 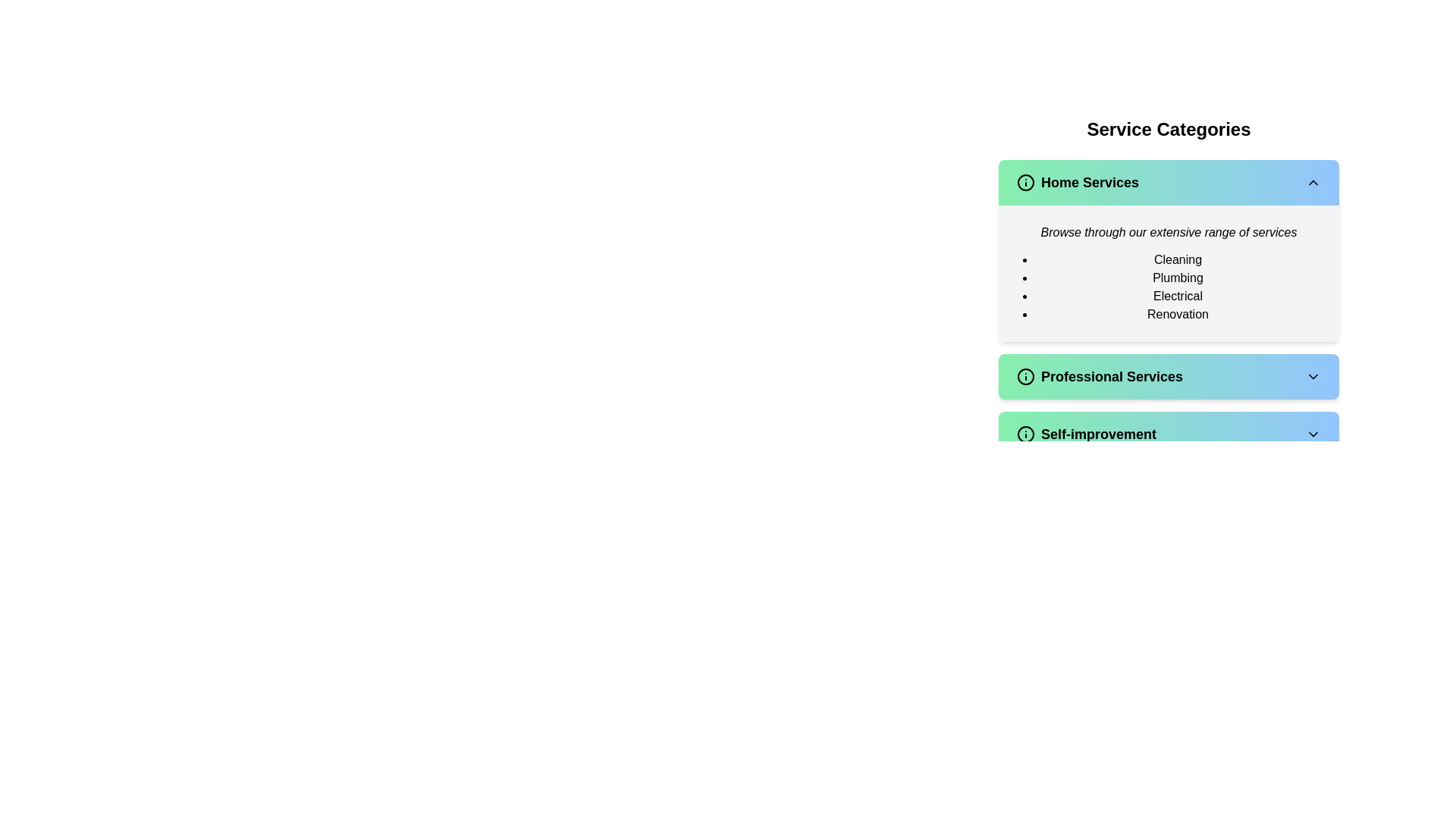 I want to click on the 'Plumbing' category label or link, so click(x=1177, y=278).